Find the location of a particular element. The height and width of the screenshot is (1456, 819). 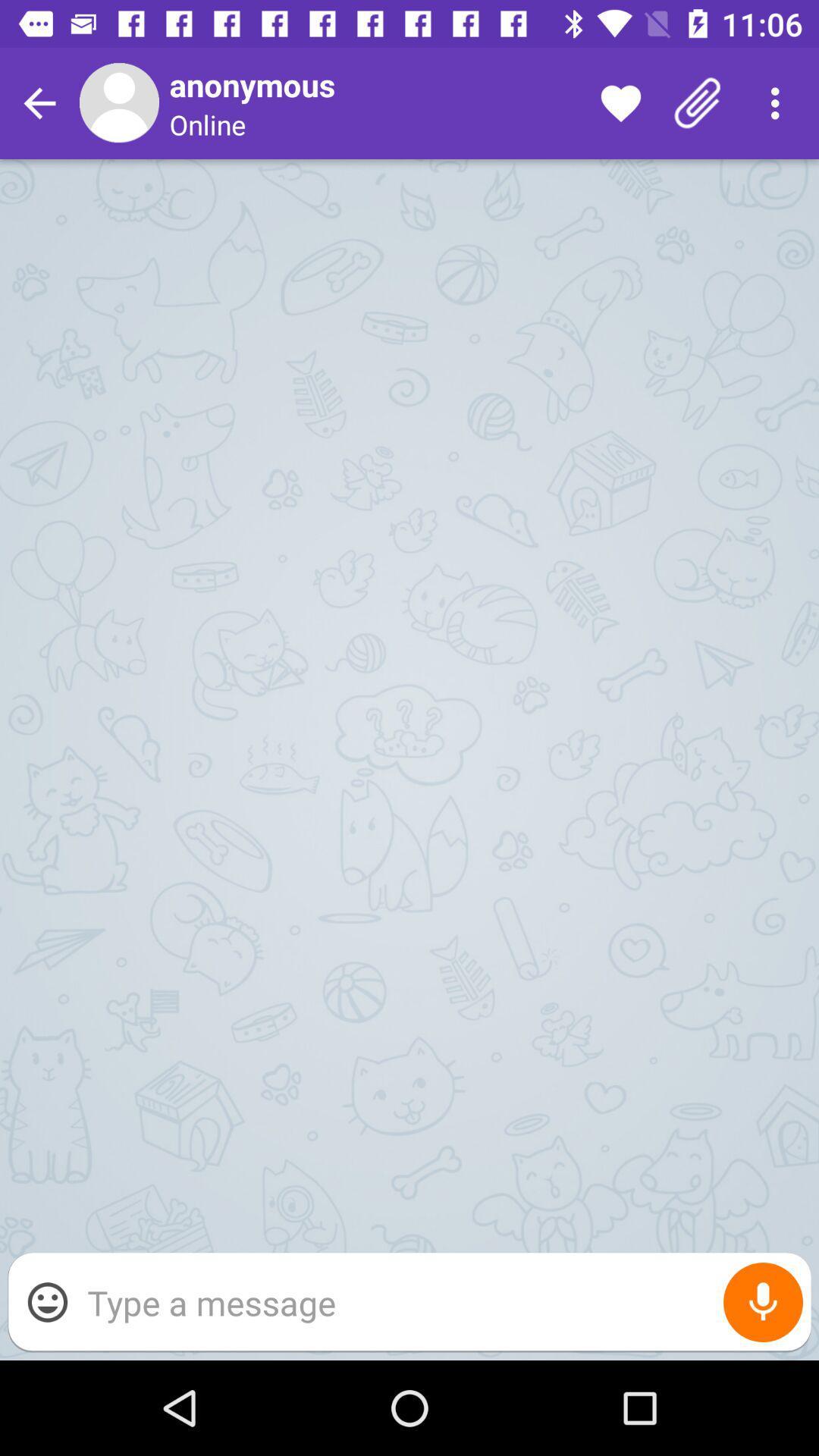

use an emoji in your chat is located at coordinates (46, 1301).